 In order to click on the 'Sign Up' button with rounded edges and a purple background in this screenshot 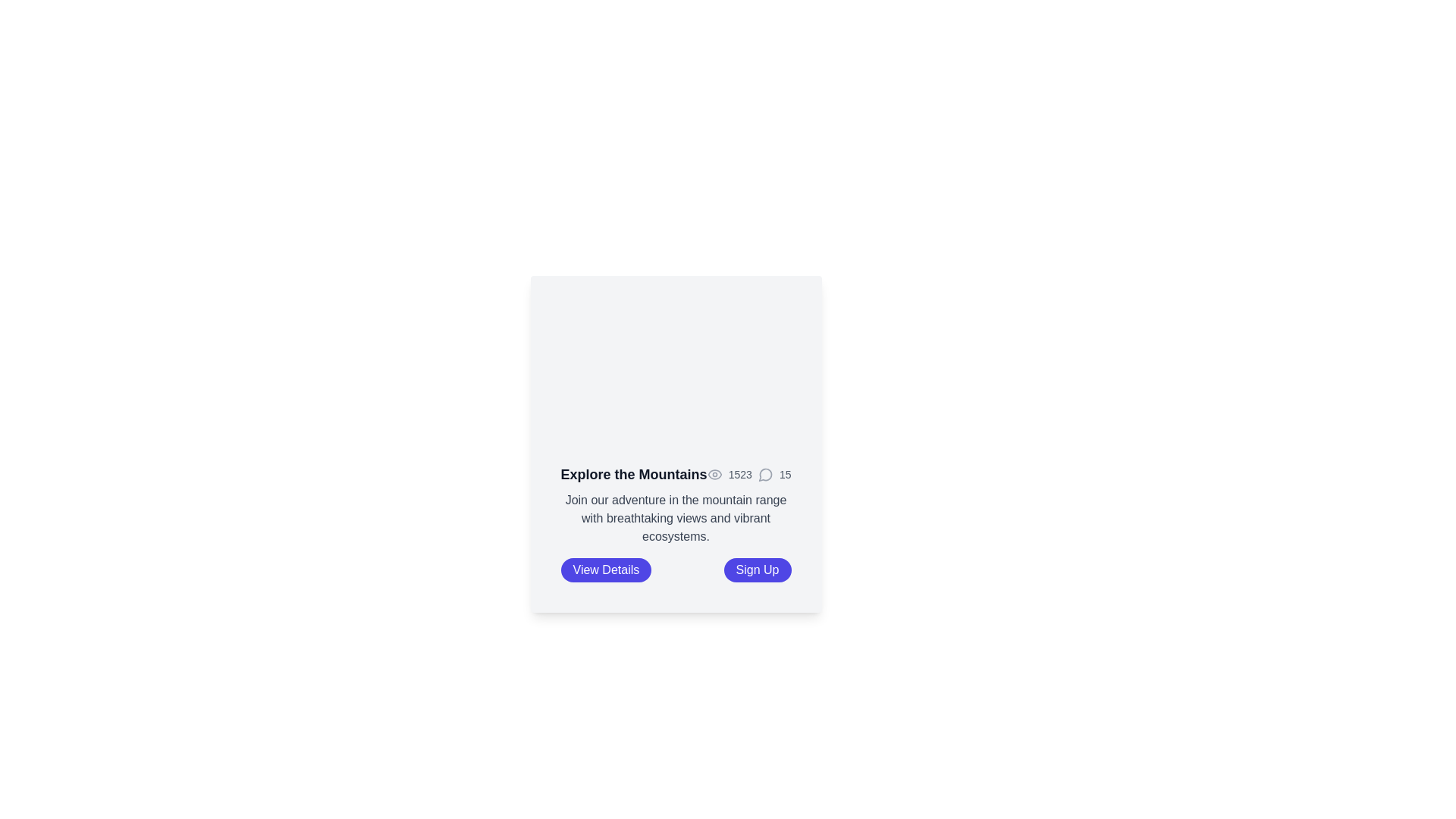, I will do `click(757, 570)`.